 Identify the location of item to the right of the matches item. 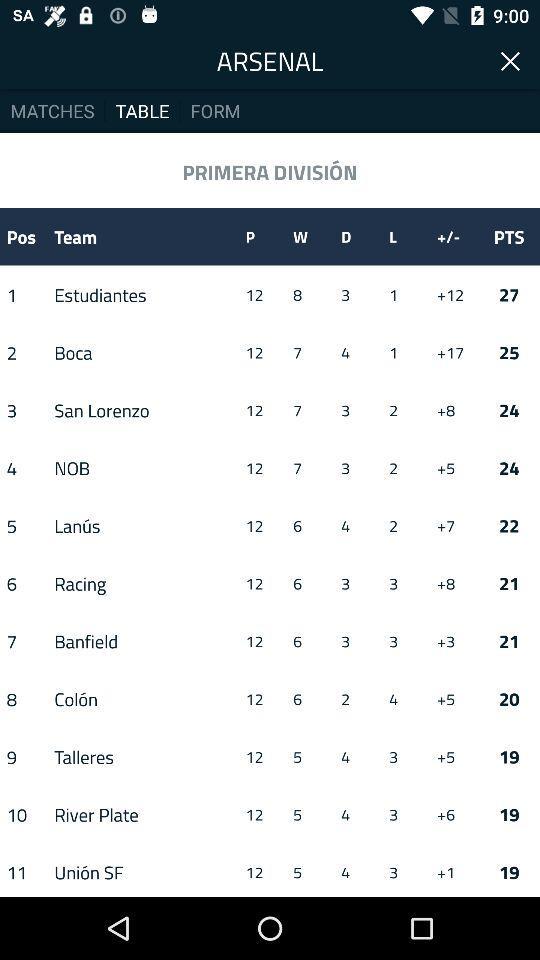
(141, 110).